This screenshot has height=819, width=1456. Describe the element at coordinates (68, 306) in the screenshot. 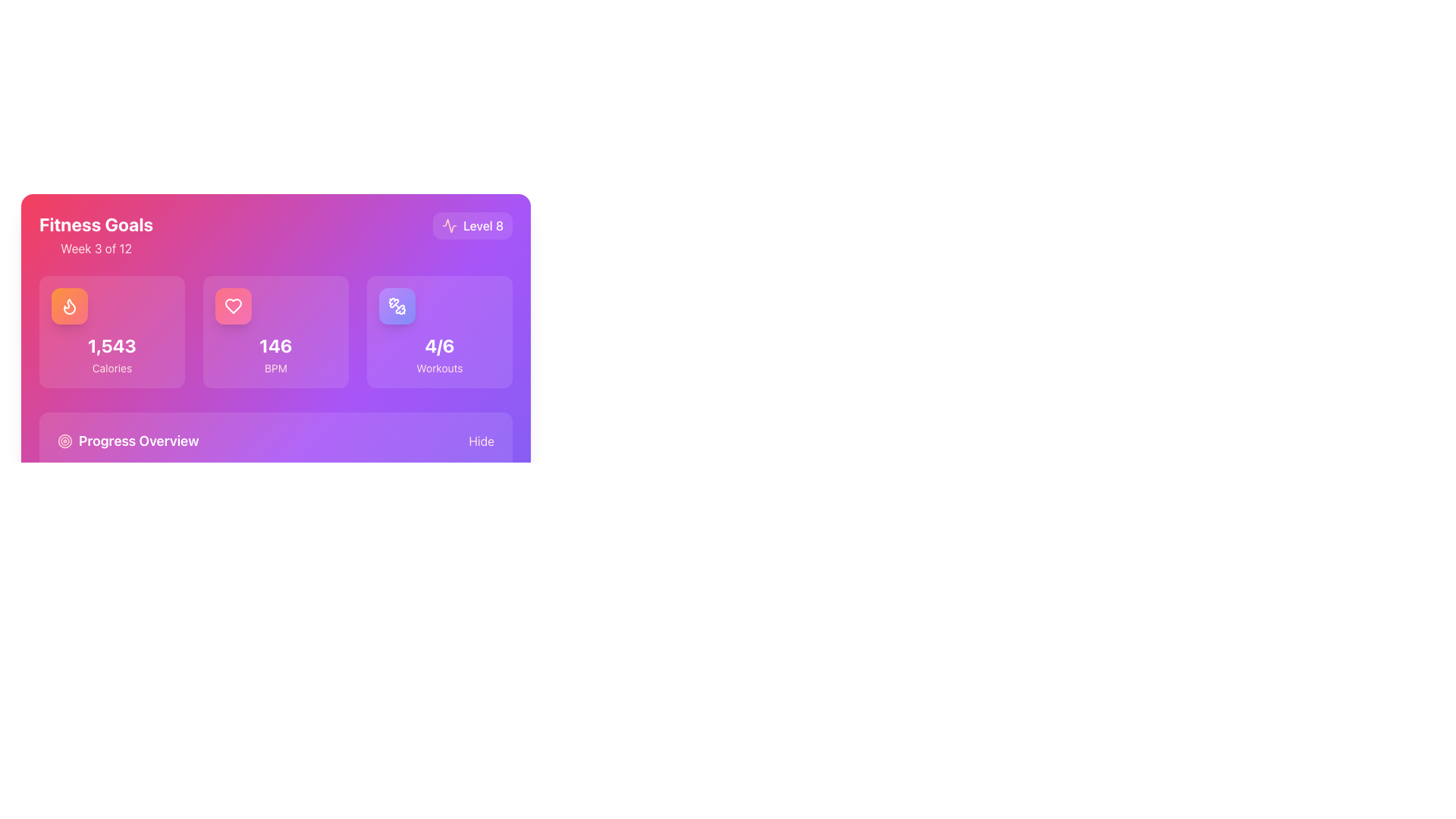

I see `the flame symbol icon that represents calories burned, located at the top-left corner of the card displaying '1,543 Calories'` at that location.